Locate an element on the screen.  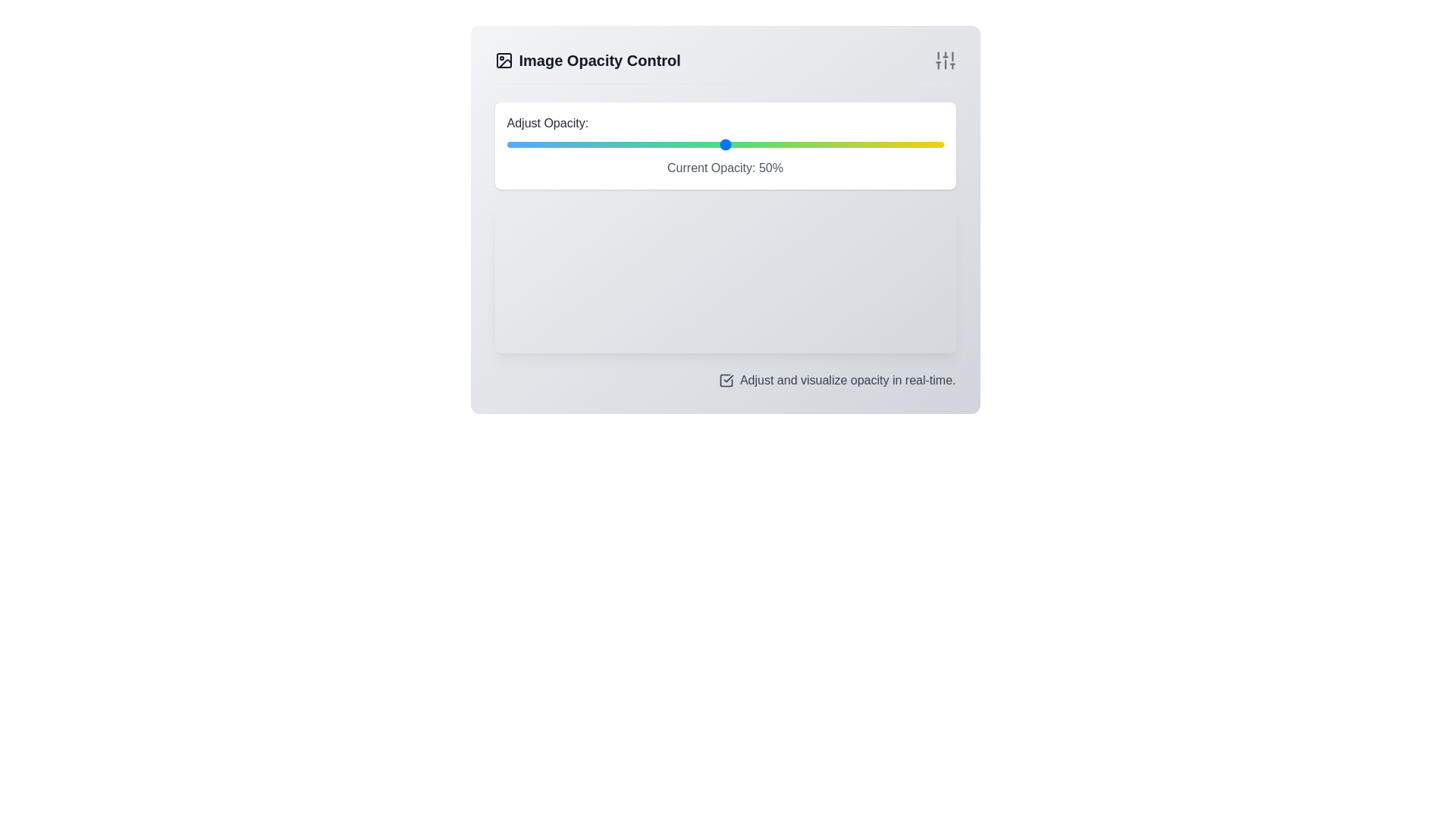
the opacity is located at coordinates (878, 145).